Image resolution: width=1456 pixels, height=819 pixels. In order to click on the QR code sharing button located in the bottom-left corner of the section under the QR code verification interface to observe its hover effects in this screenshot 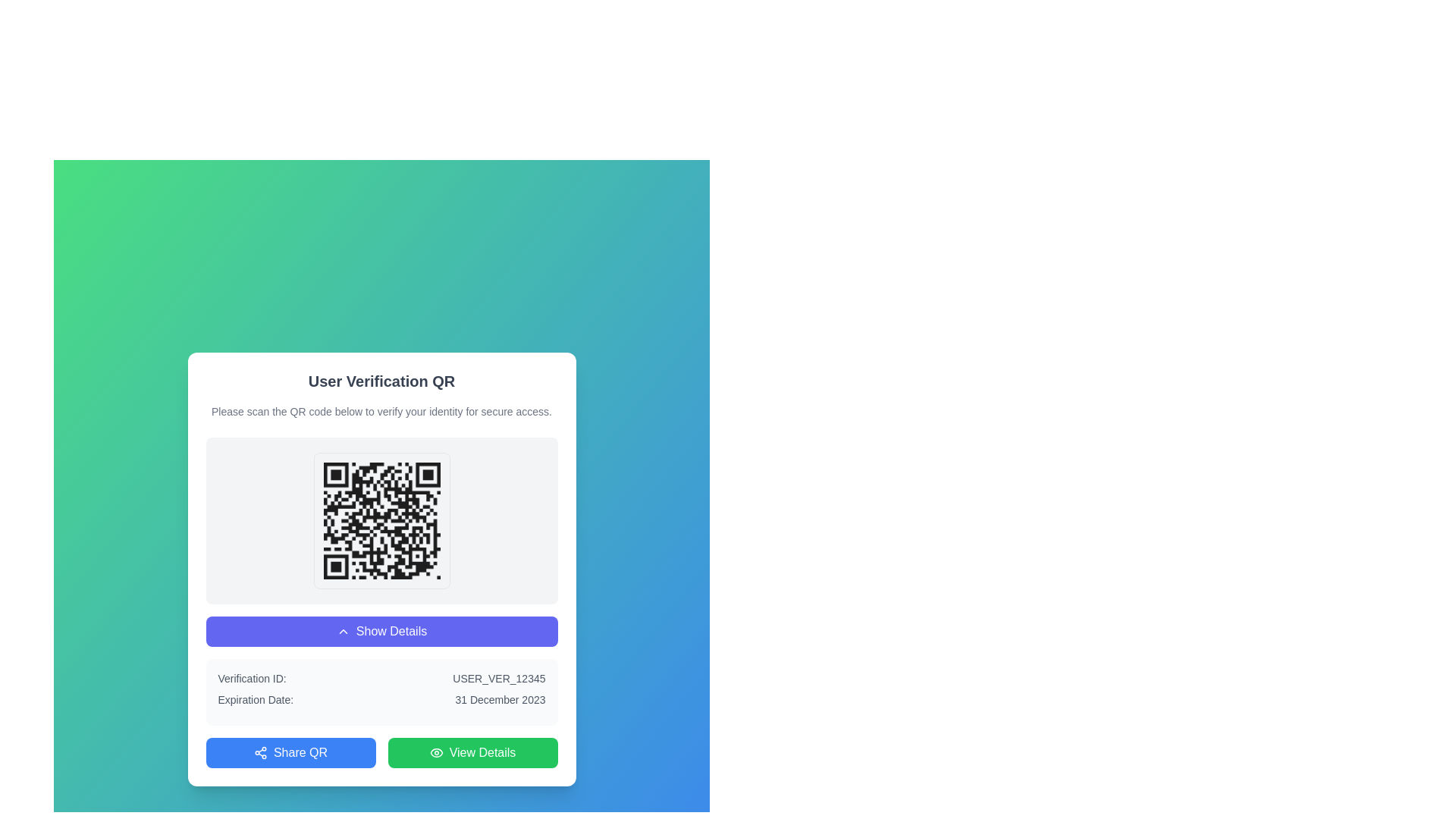, I will do `click(290, 752)`.